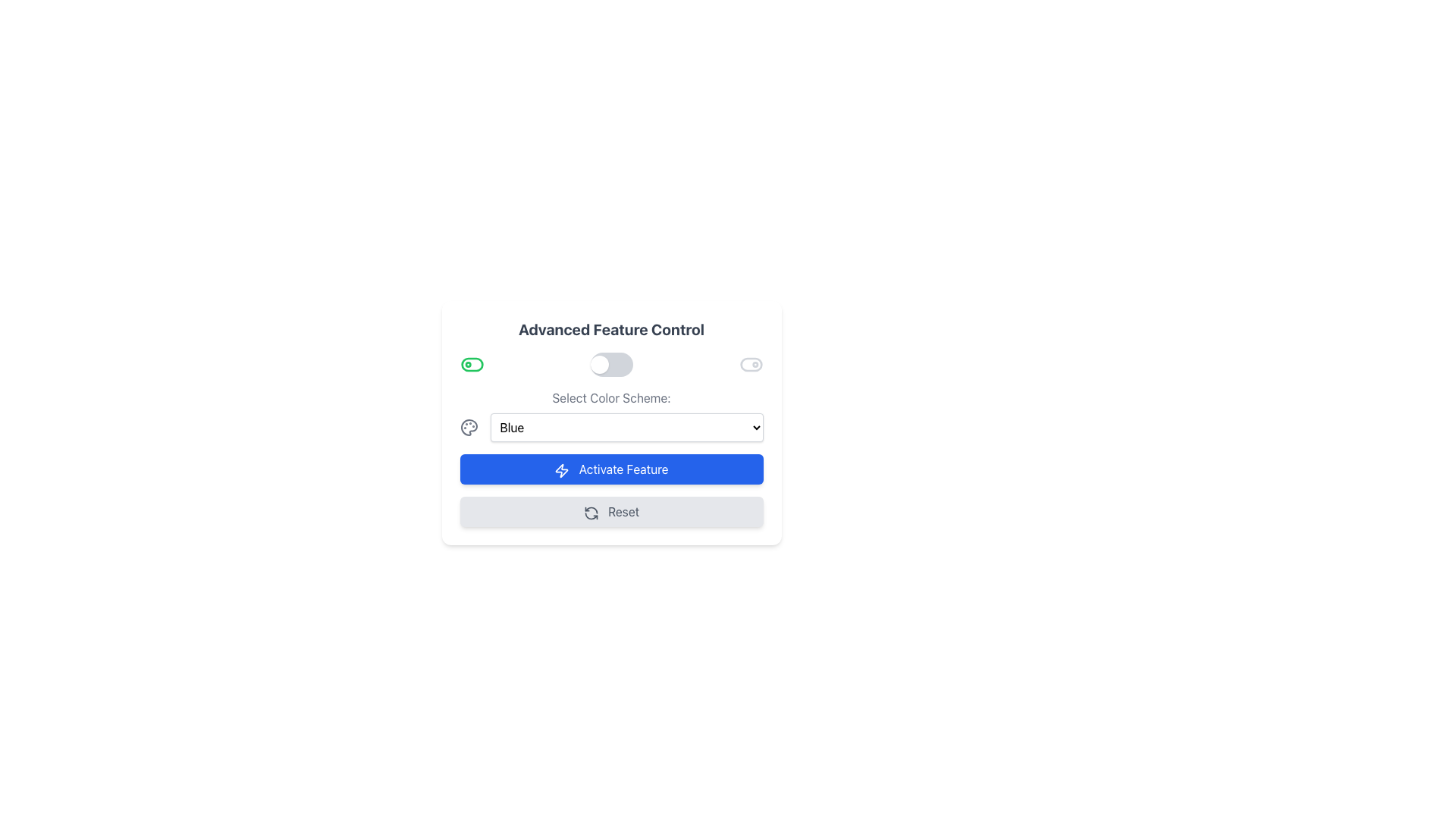 The height and width of the screenshot is (819, 1456). I want to click on the toggle switch located in the 'Advanced Feature Control' section to switch its state between on and off, so click(611, 365).